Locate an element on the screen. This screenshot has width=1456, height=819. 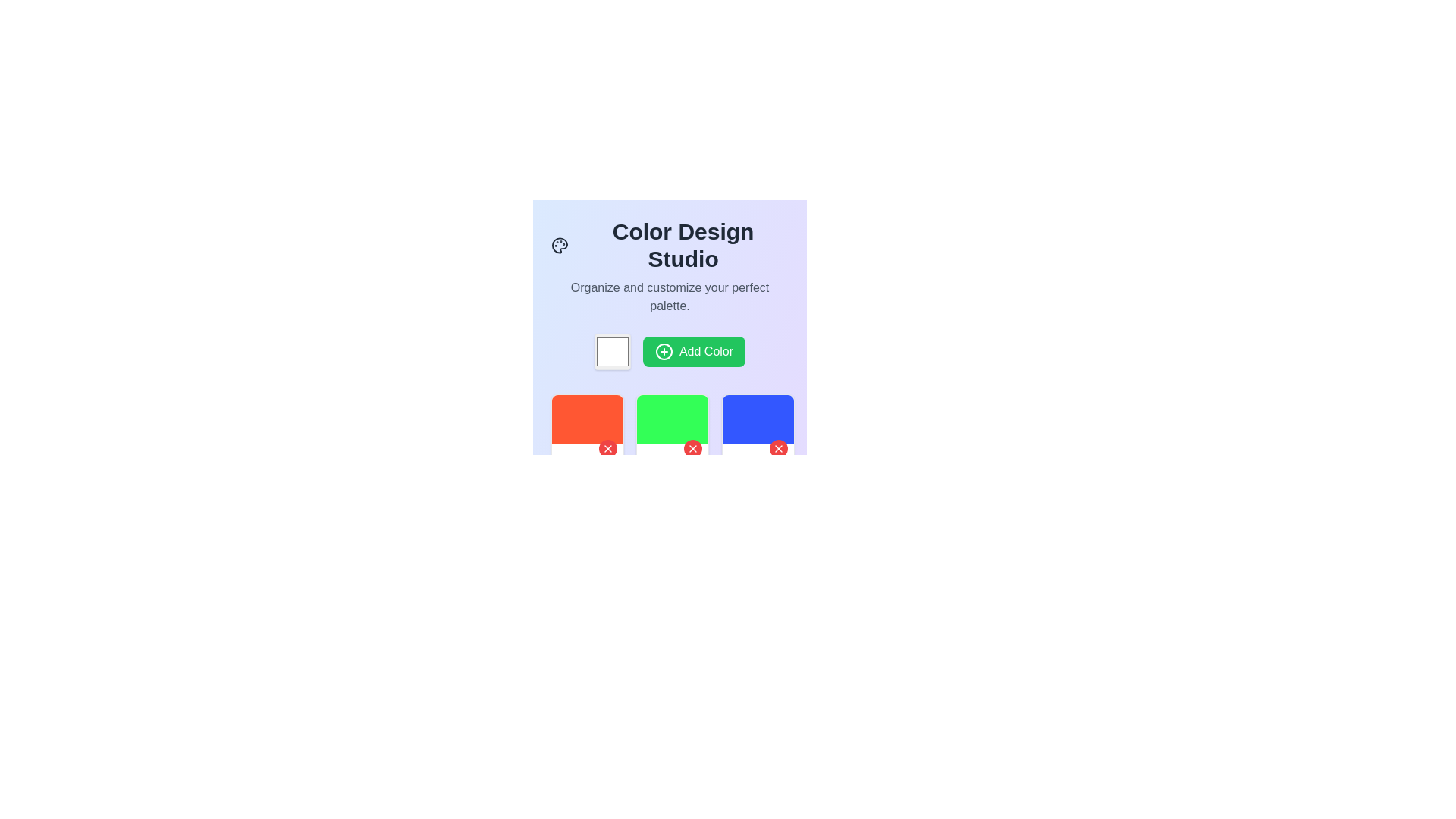
the vibrant green button labeled 'Add Color' to observe the hover effect is located at coordinates (693, 351).